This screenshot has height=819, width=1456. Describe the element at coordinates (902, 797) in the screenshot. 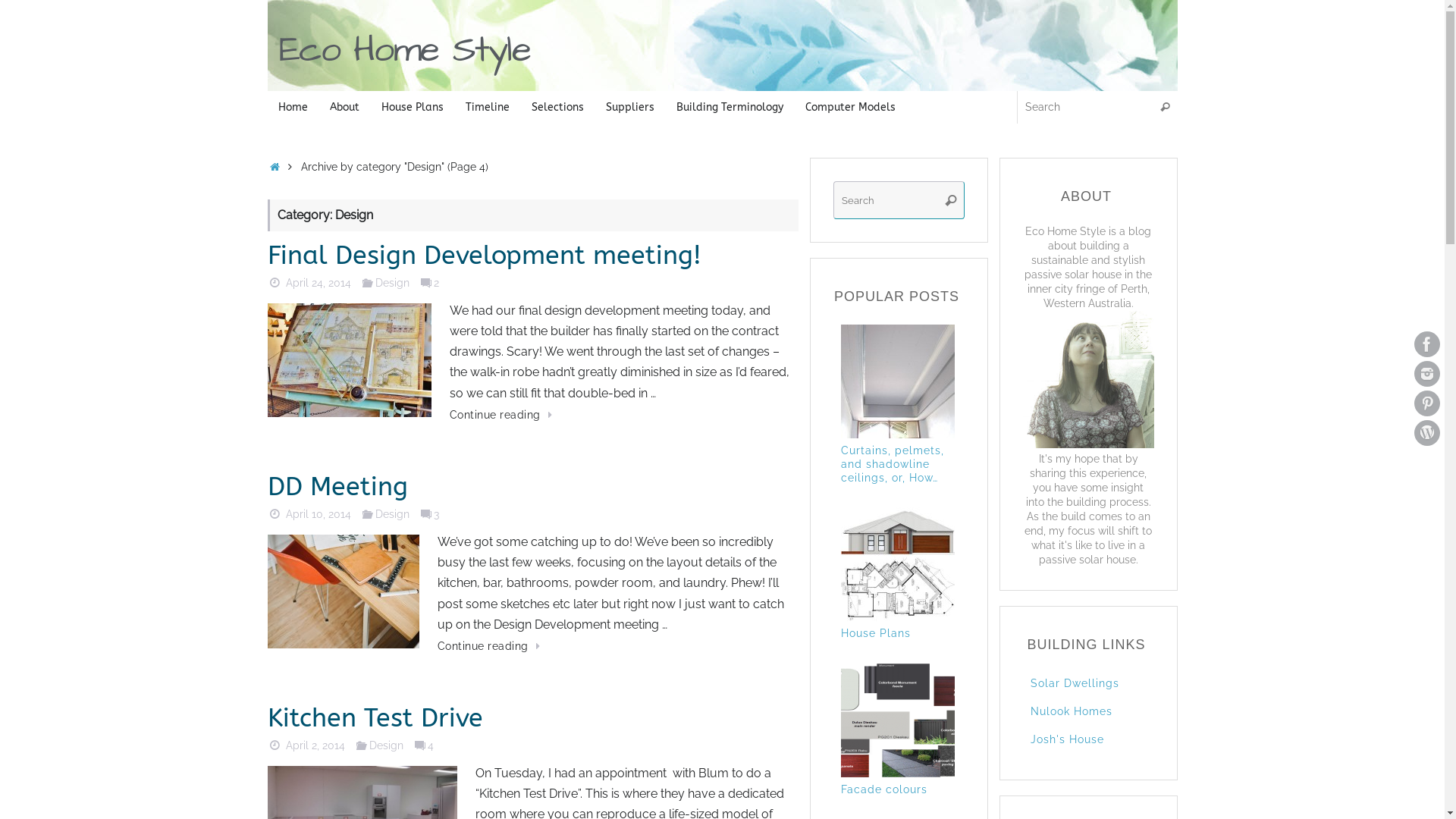

I see `'Facade colours'` at that location.